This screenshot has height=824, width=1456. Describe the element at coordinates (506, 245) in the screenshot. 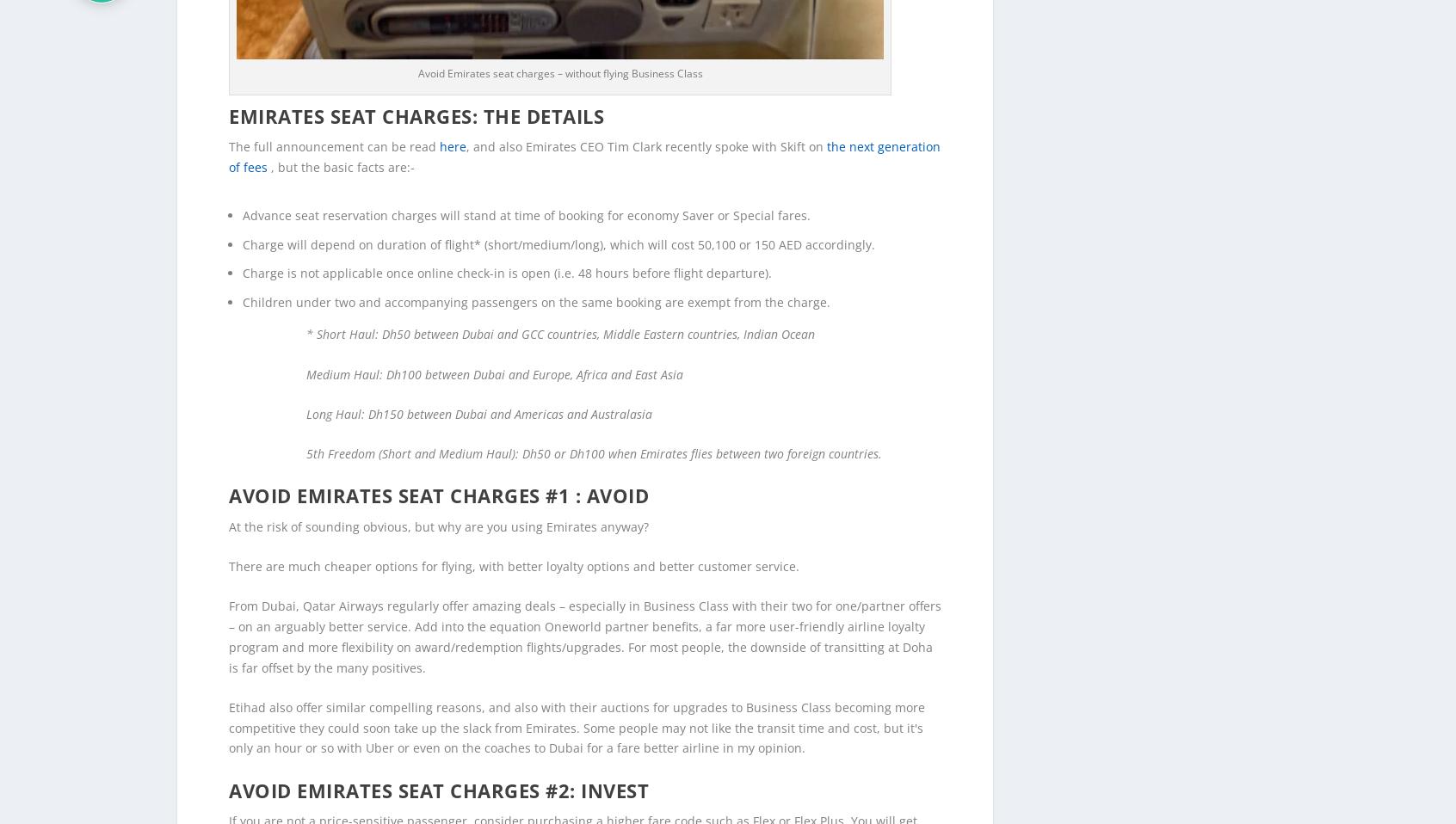

I see `'Charge is not applicable once online check-in is open (i.e. 48 hours before flight departure).'` at that location.